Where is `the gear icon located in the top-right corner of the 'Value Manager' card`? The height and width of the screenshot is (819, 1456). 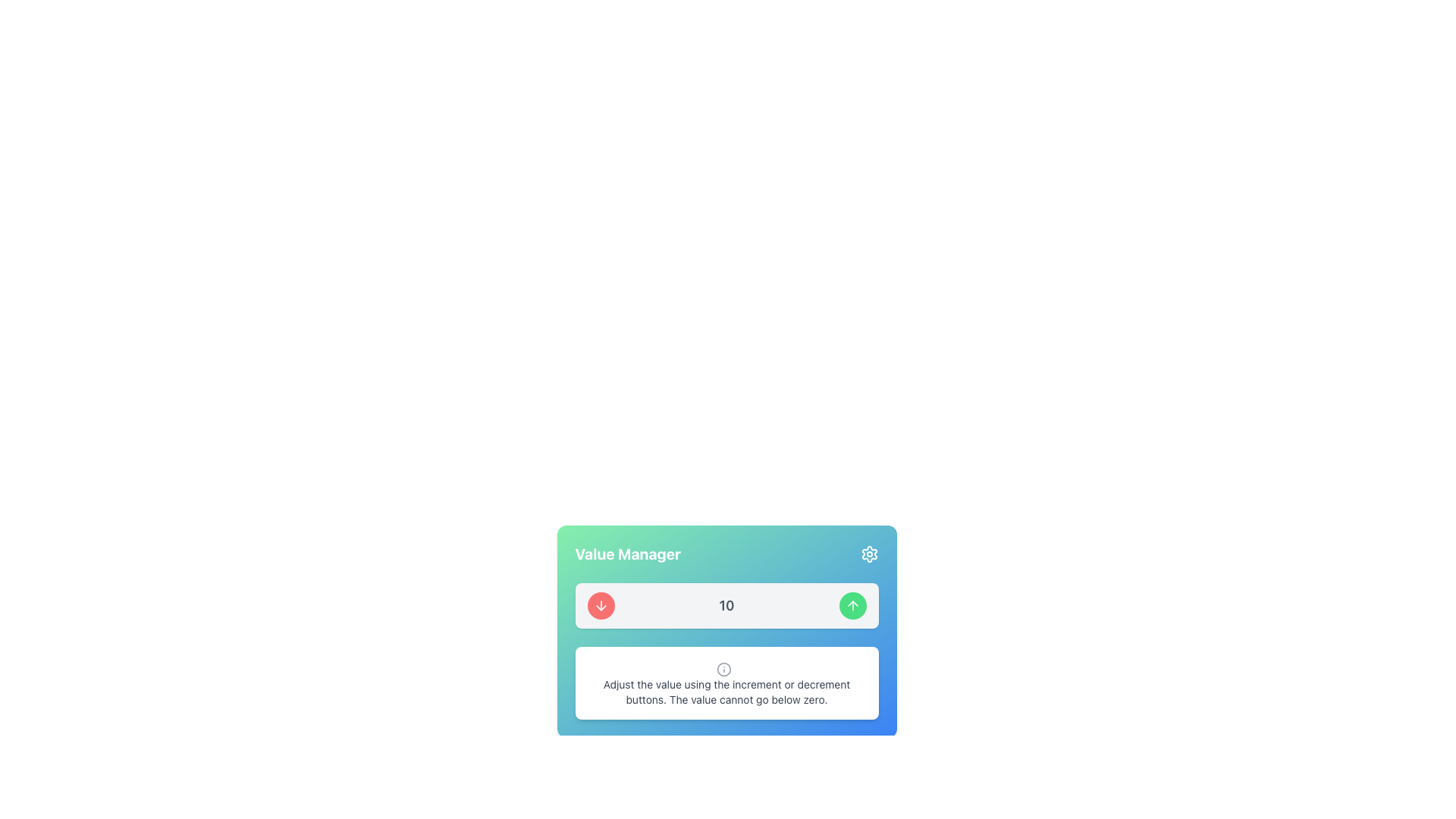
the gear icon located in the top-right corner of the 'Value Manager' card is located at coordinates (869, 554).